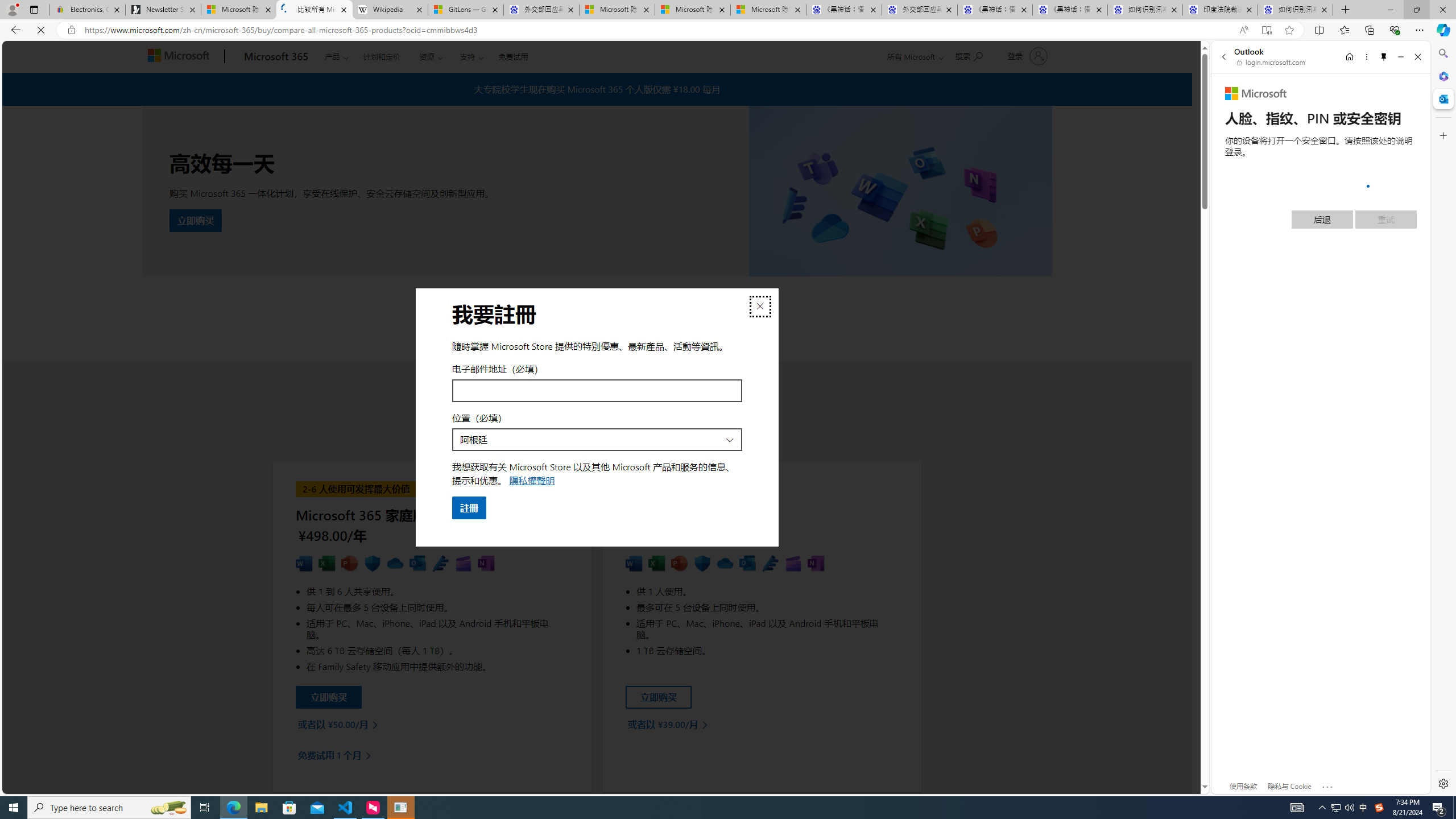 The height and width of the screenshot is (819, 1456). I want to click on 'Unpin side pane', so click(1384, 56).